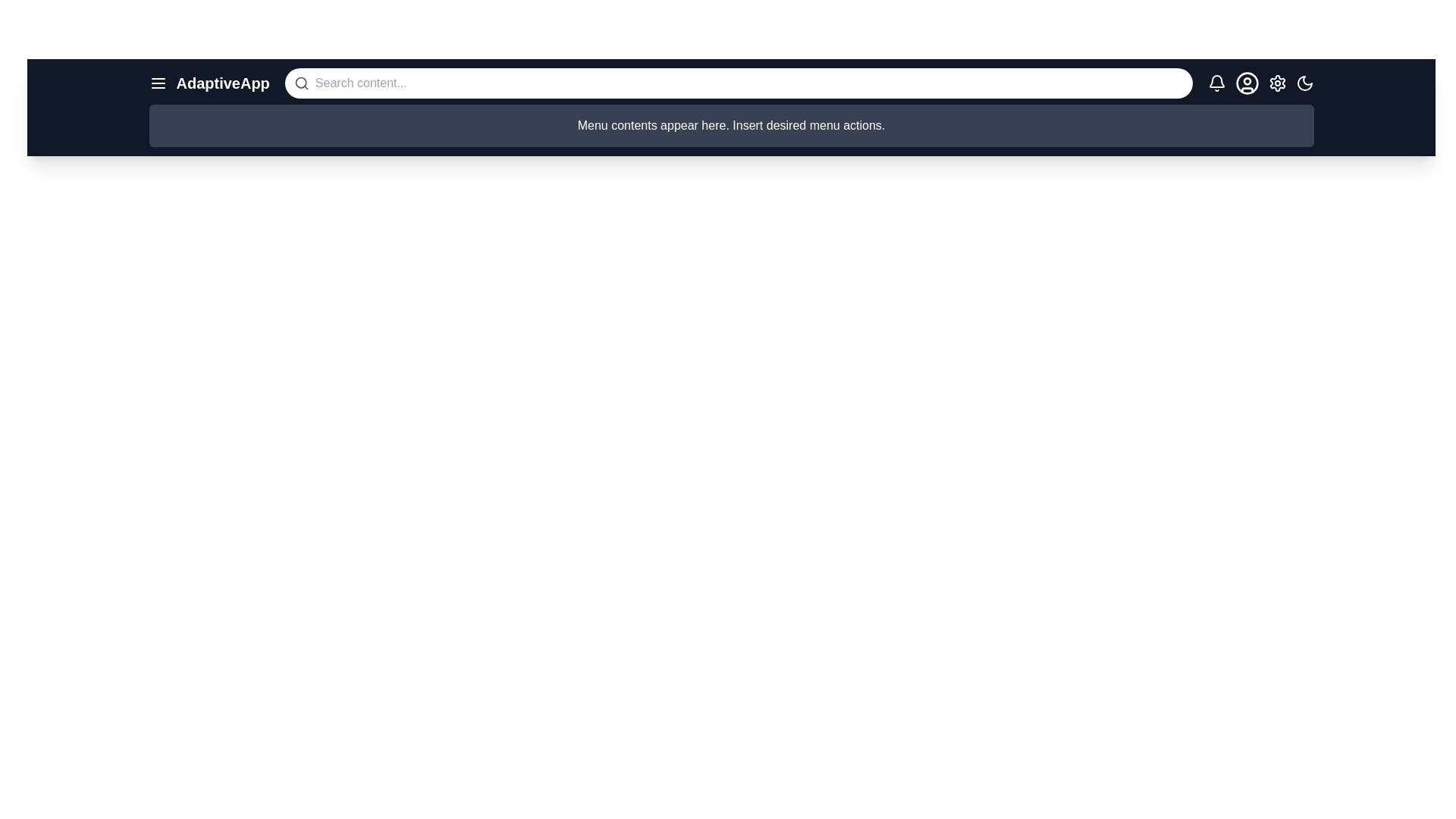 This screenshot has width=1456, height=819. I want to click on the user profile icon, so click(1247, 83).